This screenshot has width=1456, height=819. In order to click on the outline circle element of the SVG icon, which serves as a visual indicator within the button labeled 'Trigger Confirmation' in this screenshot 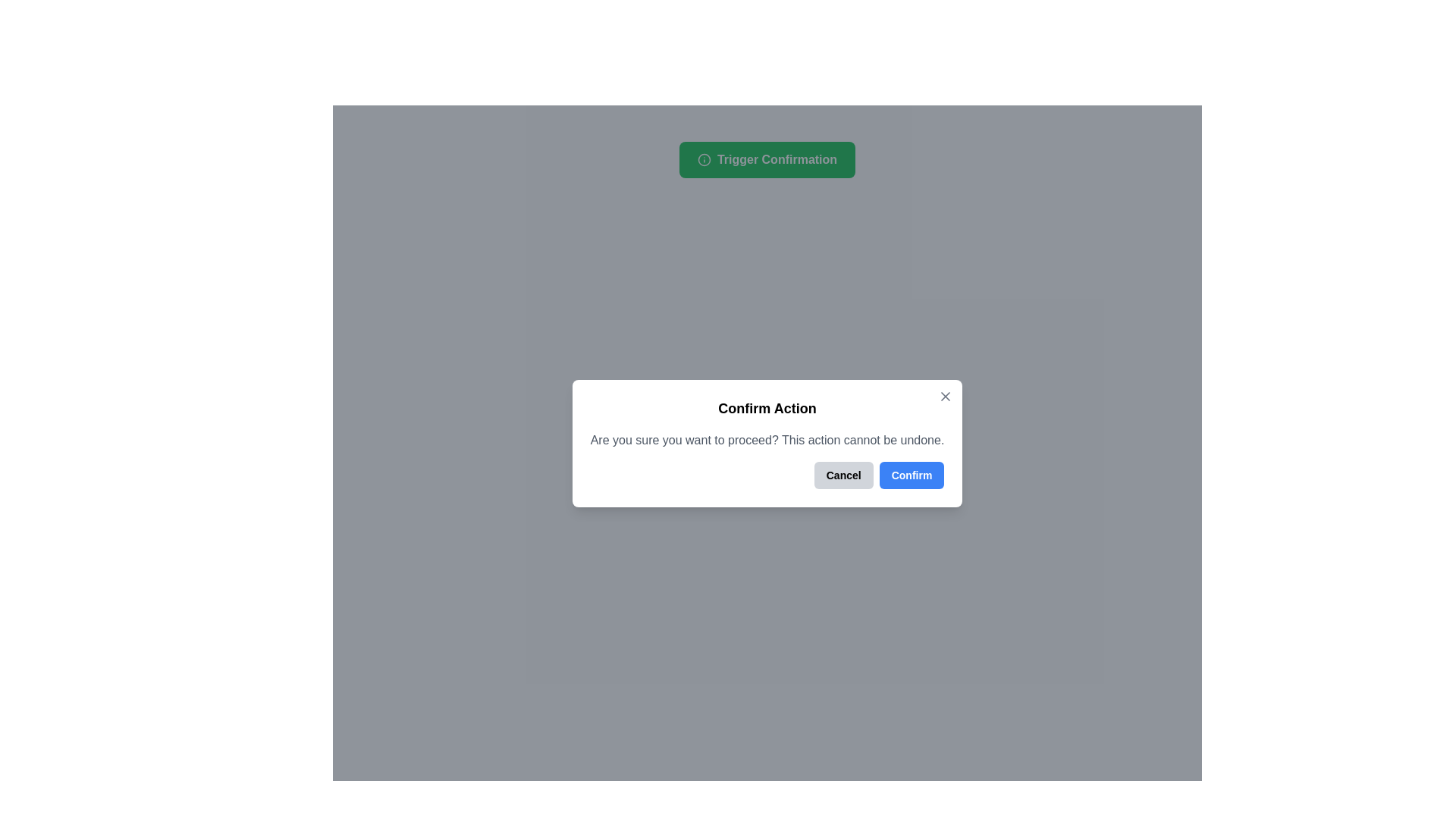, I will do `click(703, 160)`.